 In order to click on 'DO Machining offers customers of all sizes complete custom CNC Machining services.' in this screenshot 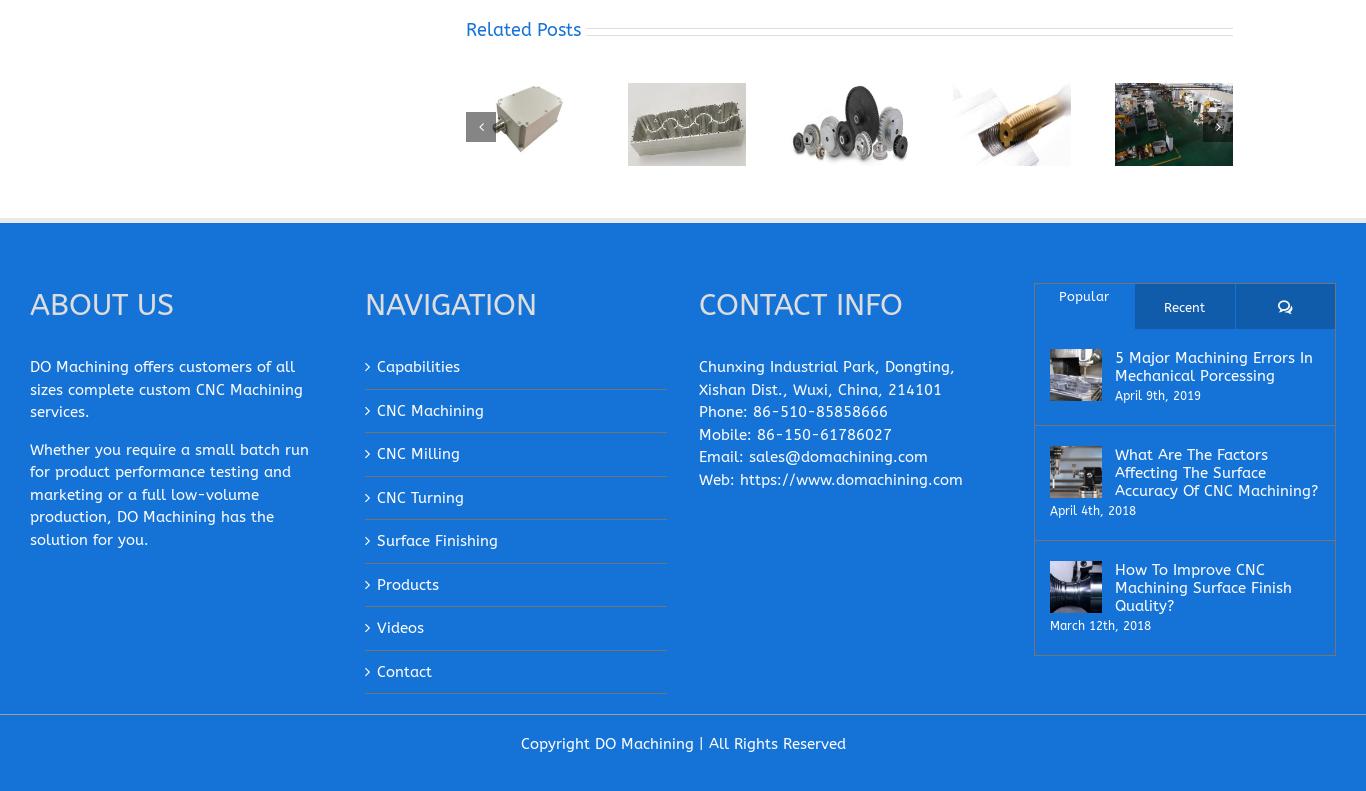, I will do `click(30, 390)`.